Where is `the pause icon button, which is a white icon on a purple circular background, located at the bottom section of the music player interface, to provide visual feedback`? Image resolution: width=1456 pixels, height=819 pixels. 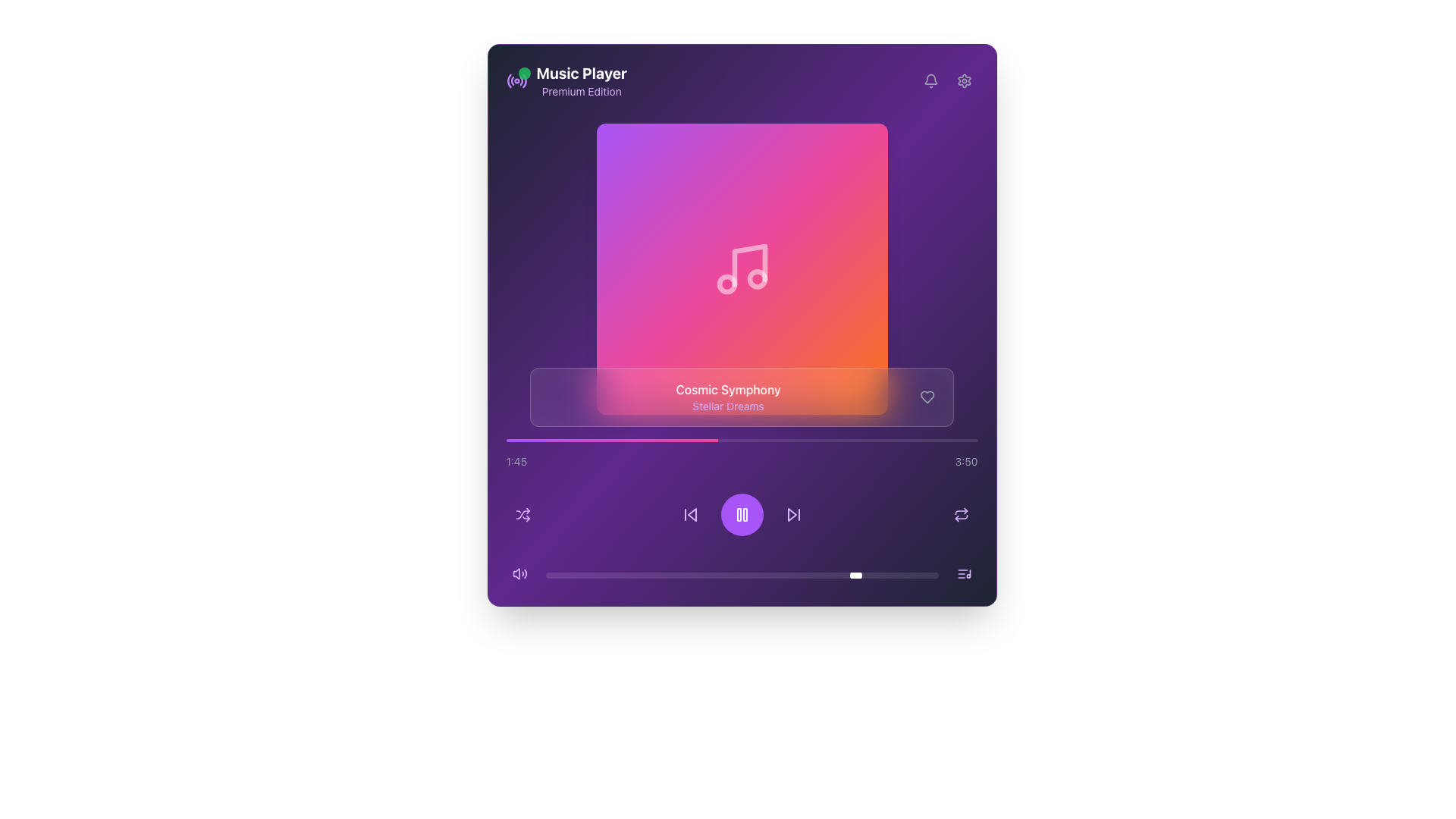
the pause icon button, which is a white icon on a purple circular background, located at the bottom section of the music player interface, to provide visual feedback is located at coordinates (742, 513).